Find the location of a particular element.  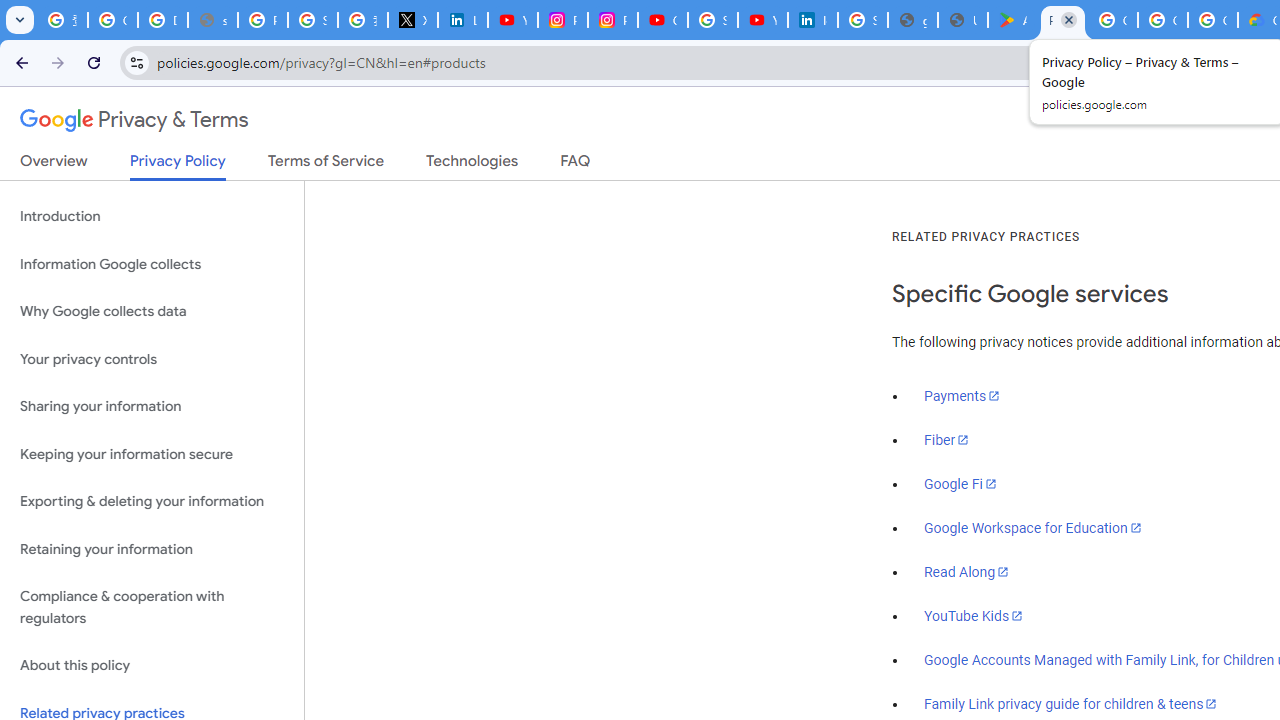

'Keeping your information secure' is located at coordinates (151, 454).